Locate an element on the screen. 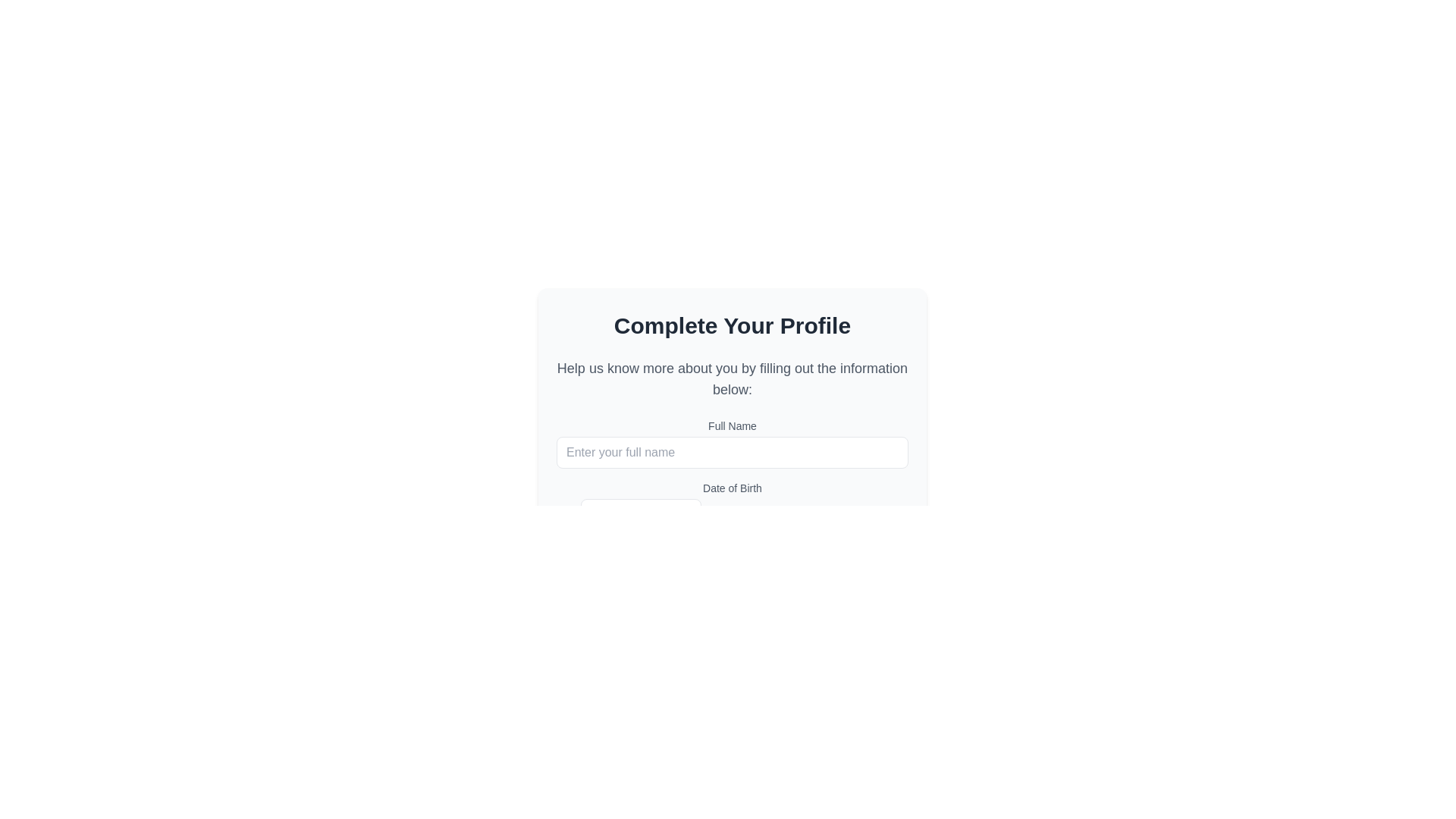 The width and height of the screenshot is (1456, 819). the date picker input field labeled 'Date of Birth' is located at coordinates (641, 514).